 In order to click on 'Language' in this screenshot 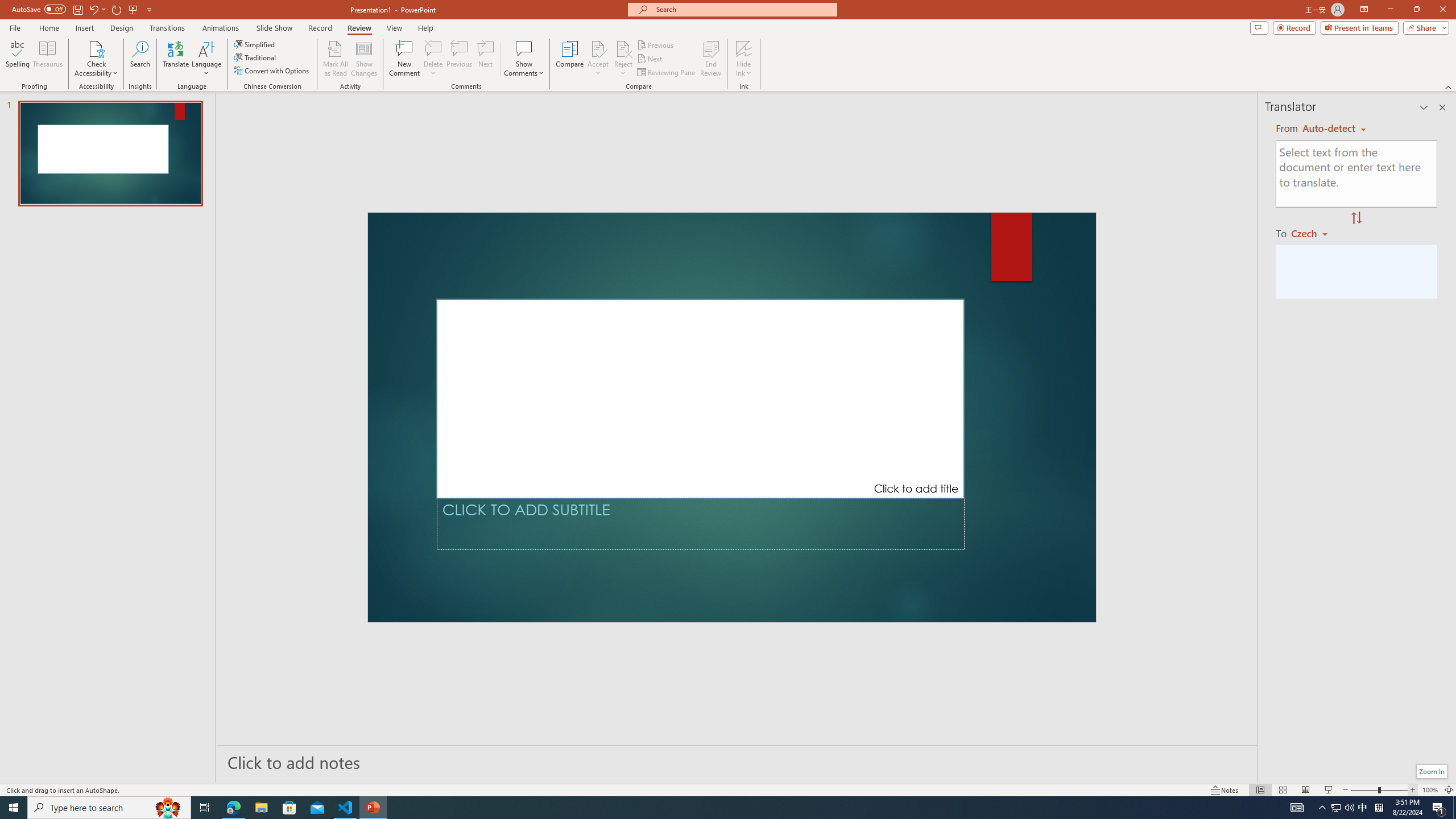, I will do `click(206, 59)`.